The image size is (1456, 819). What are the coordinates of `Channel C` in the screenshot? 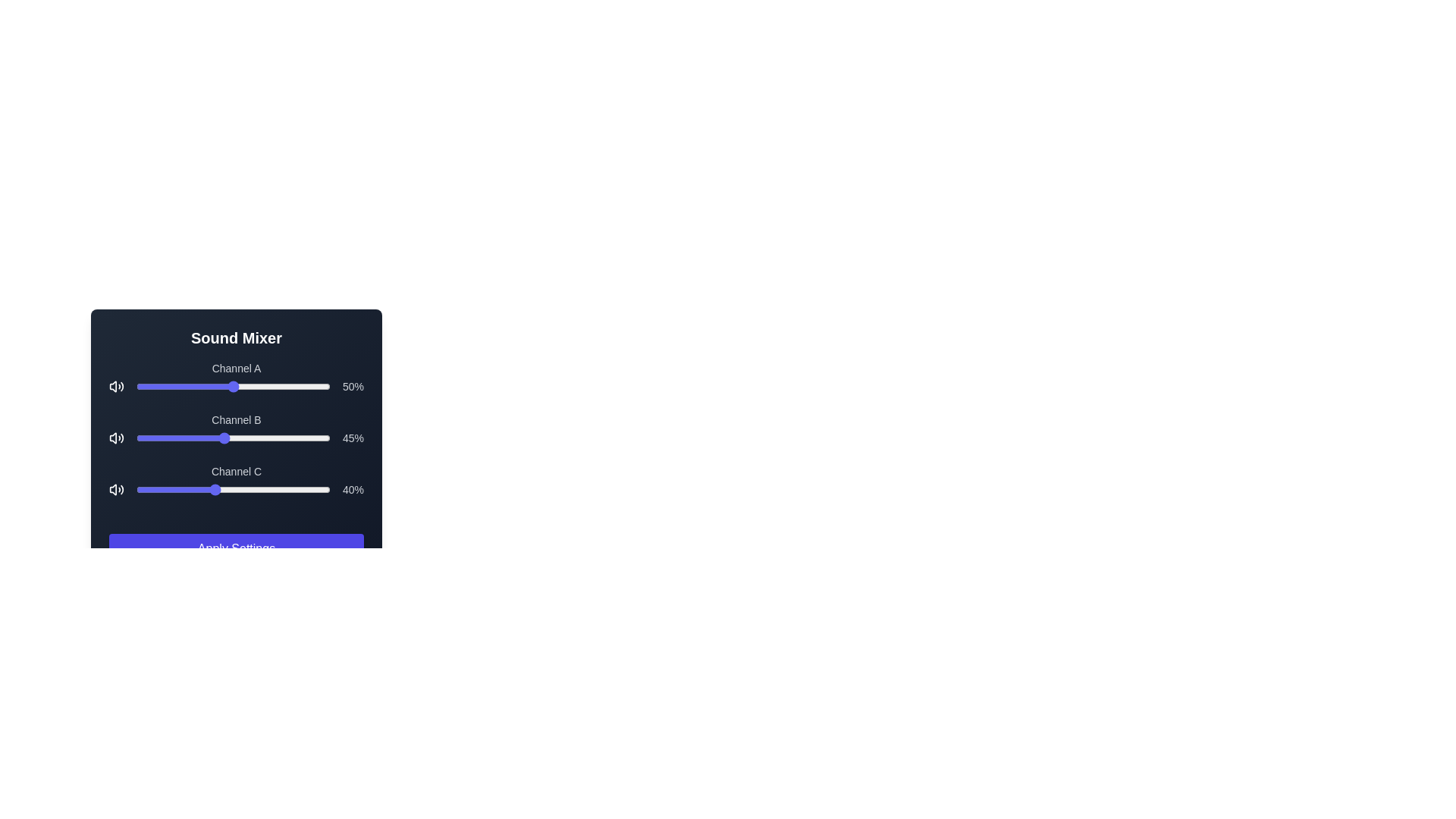 It's located at (197, 489).